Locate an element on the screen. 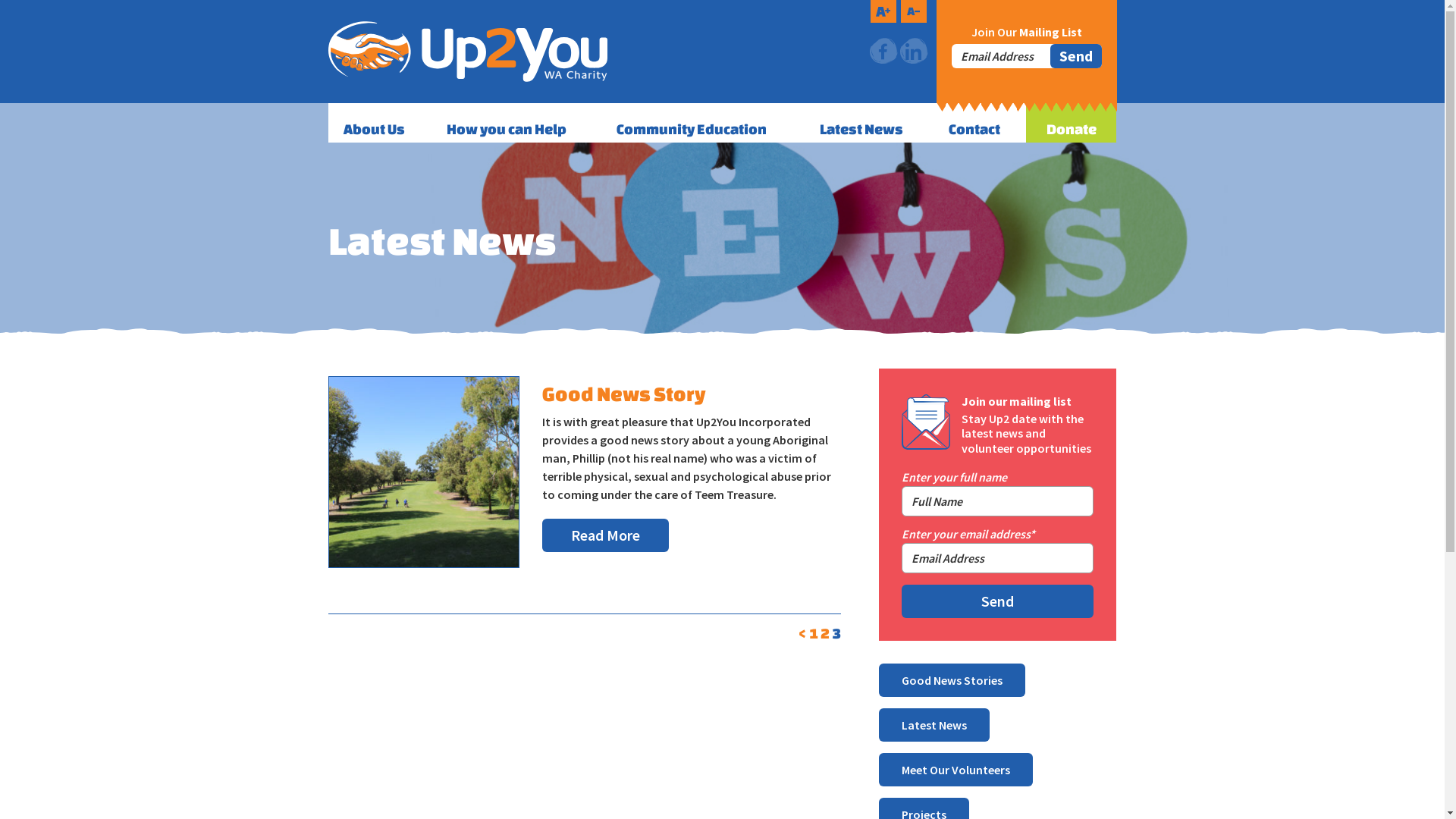  'Send' is located at coordinates (997, 601).